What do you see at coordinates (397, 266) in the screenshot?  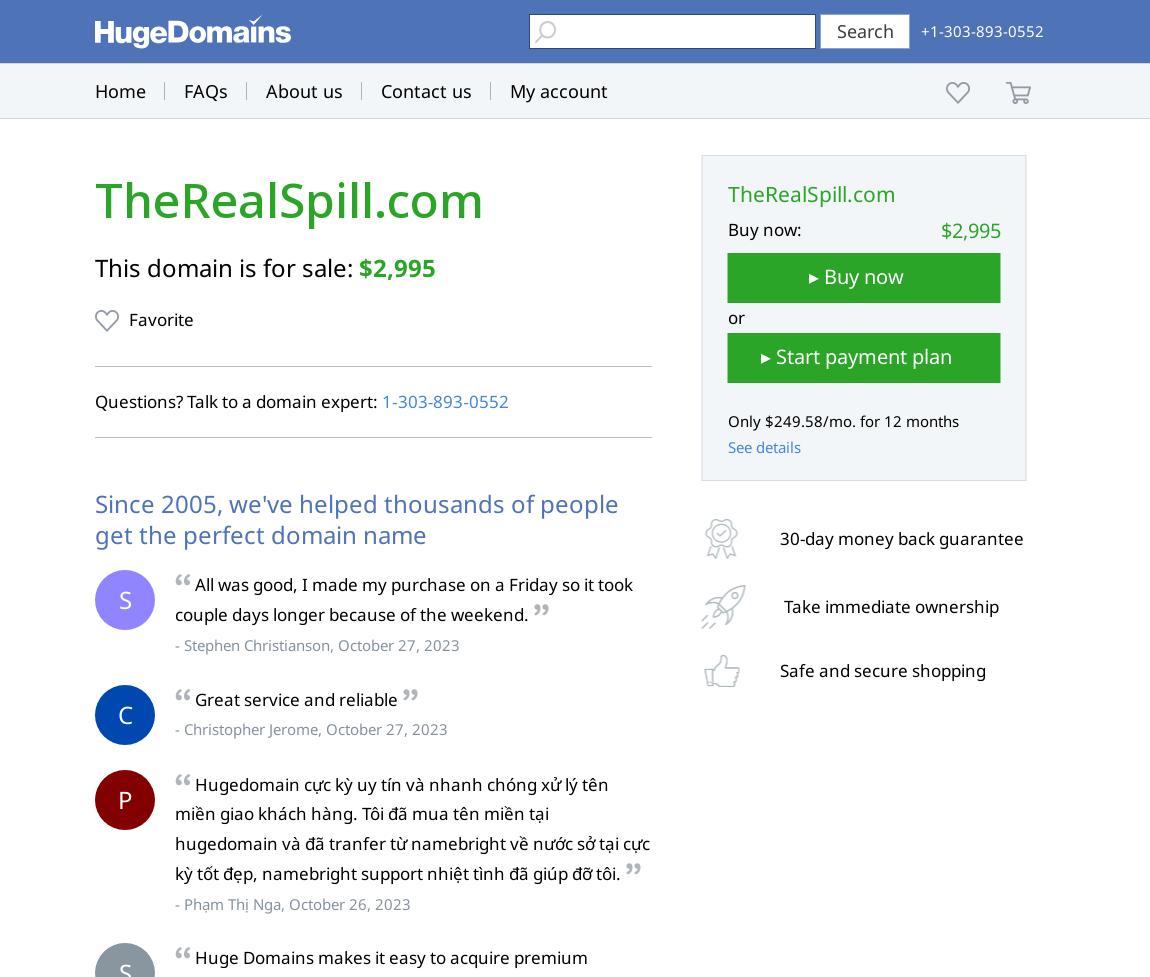 I see `'$2,995'` at bounding box center [397, 266].